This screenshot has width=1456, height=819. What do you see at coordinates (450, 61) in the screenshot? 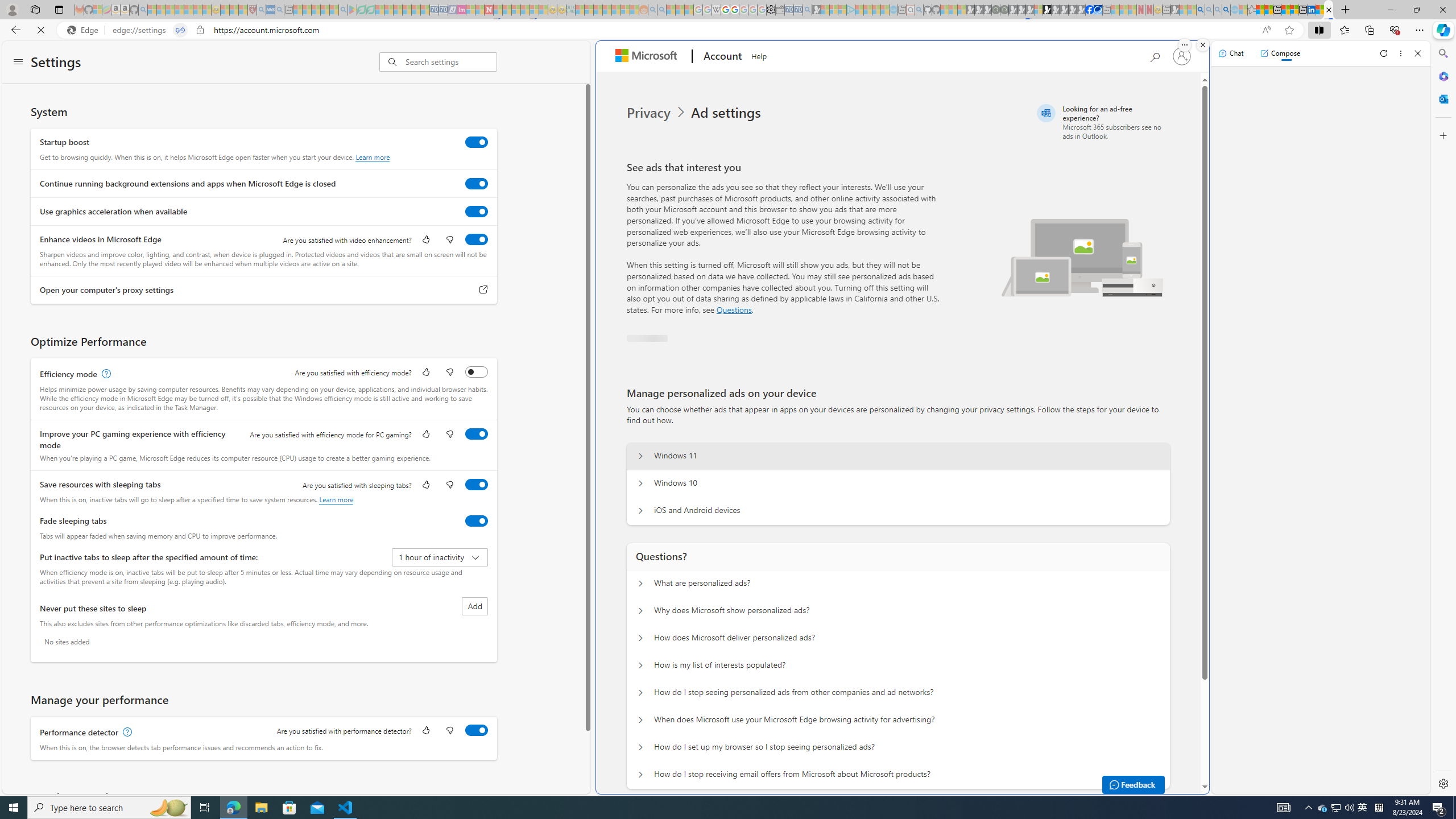
I see `'Search settings'` at bounding box center [450, 61].